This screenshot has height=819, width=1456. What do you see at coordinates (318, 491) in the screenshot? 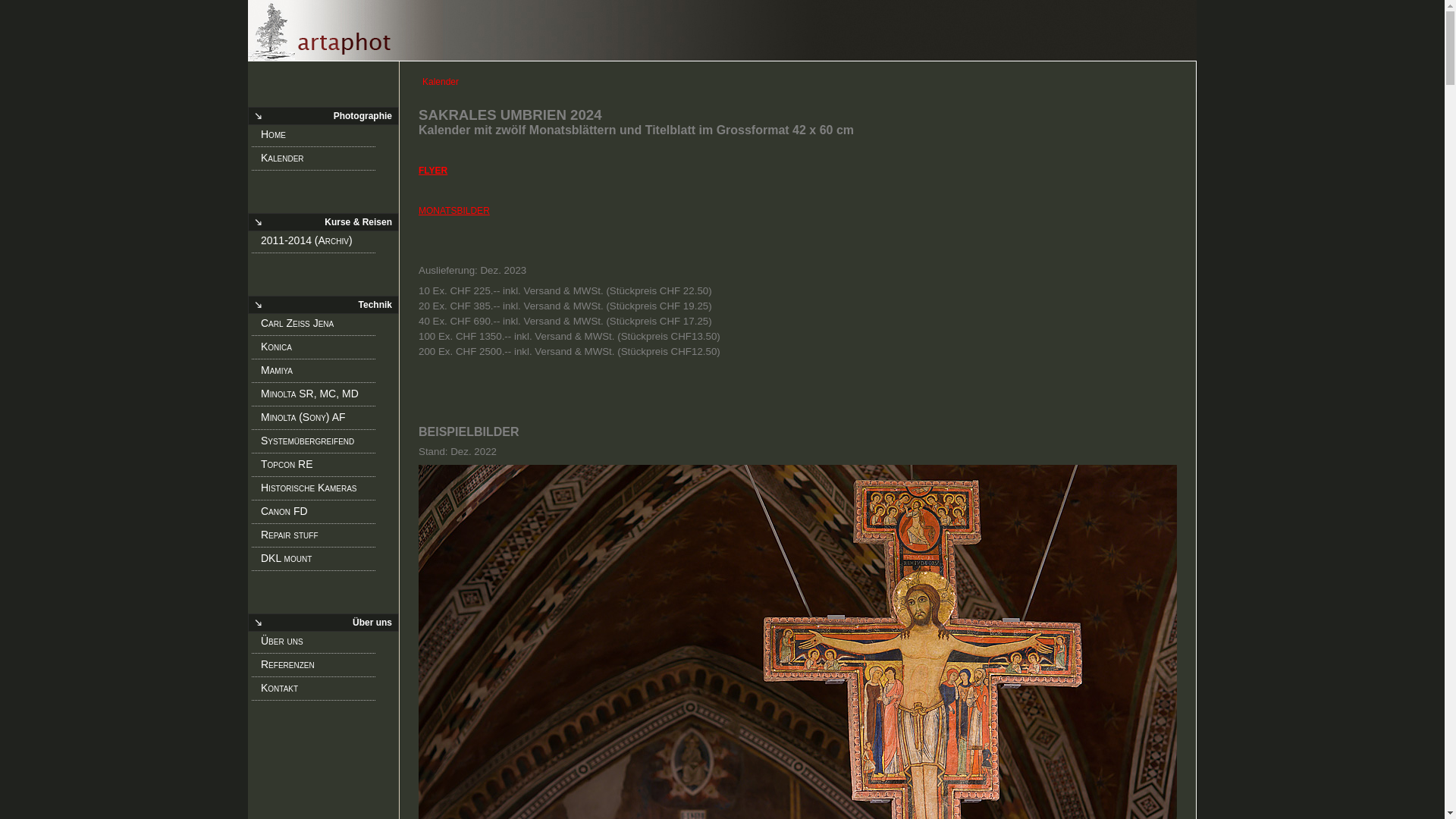
I see `'Historische Kameras'` at bounding box center [318, 491].